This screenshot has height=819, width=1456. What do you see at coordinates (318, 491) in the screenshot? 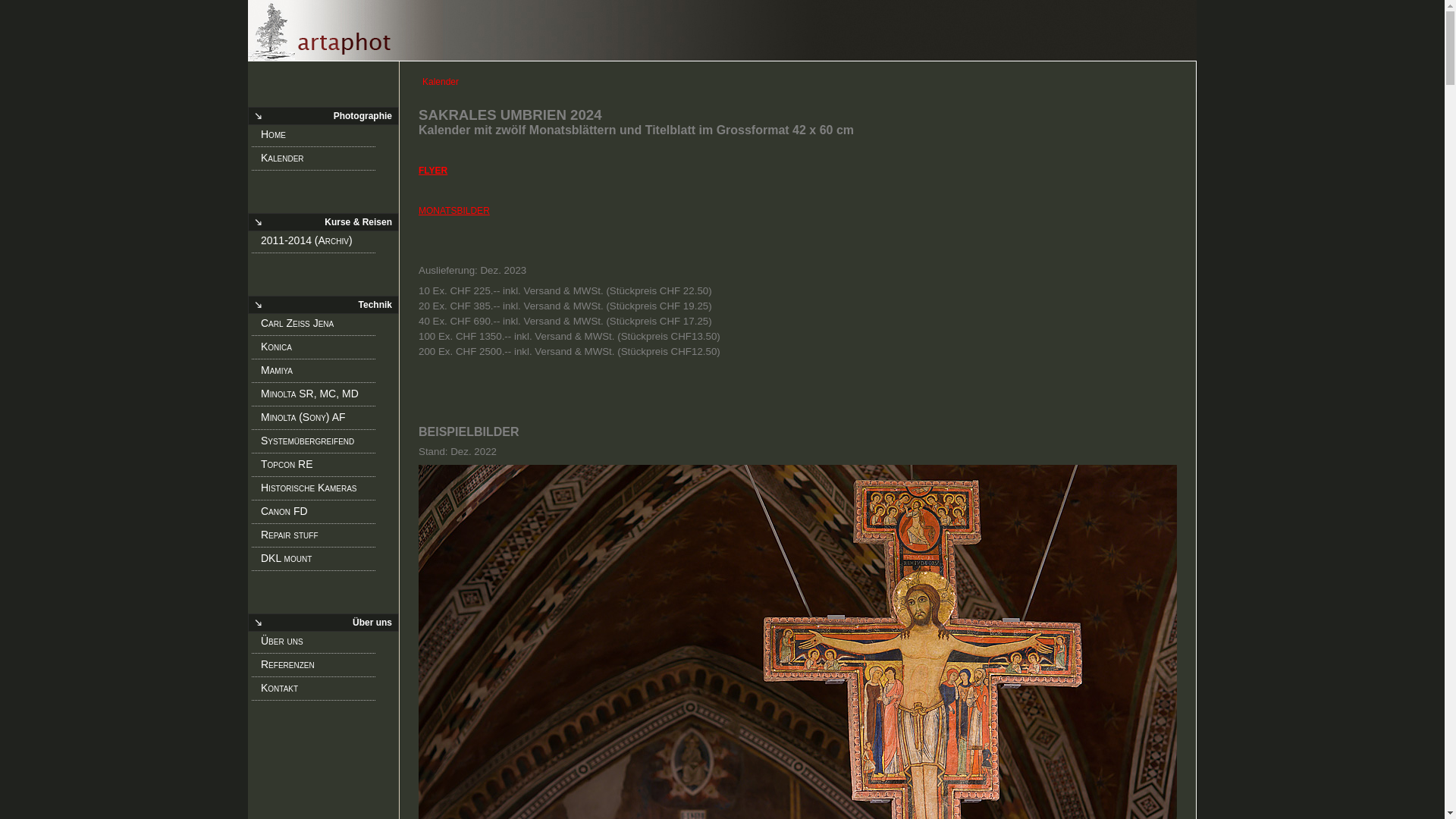
I see `'Historische Kameras'` at bounding box center [318, 491].